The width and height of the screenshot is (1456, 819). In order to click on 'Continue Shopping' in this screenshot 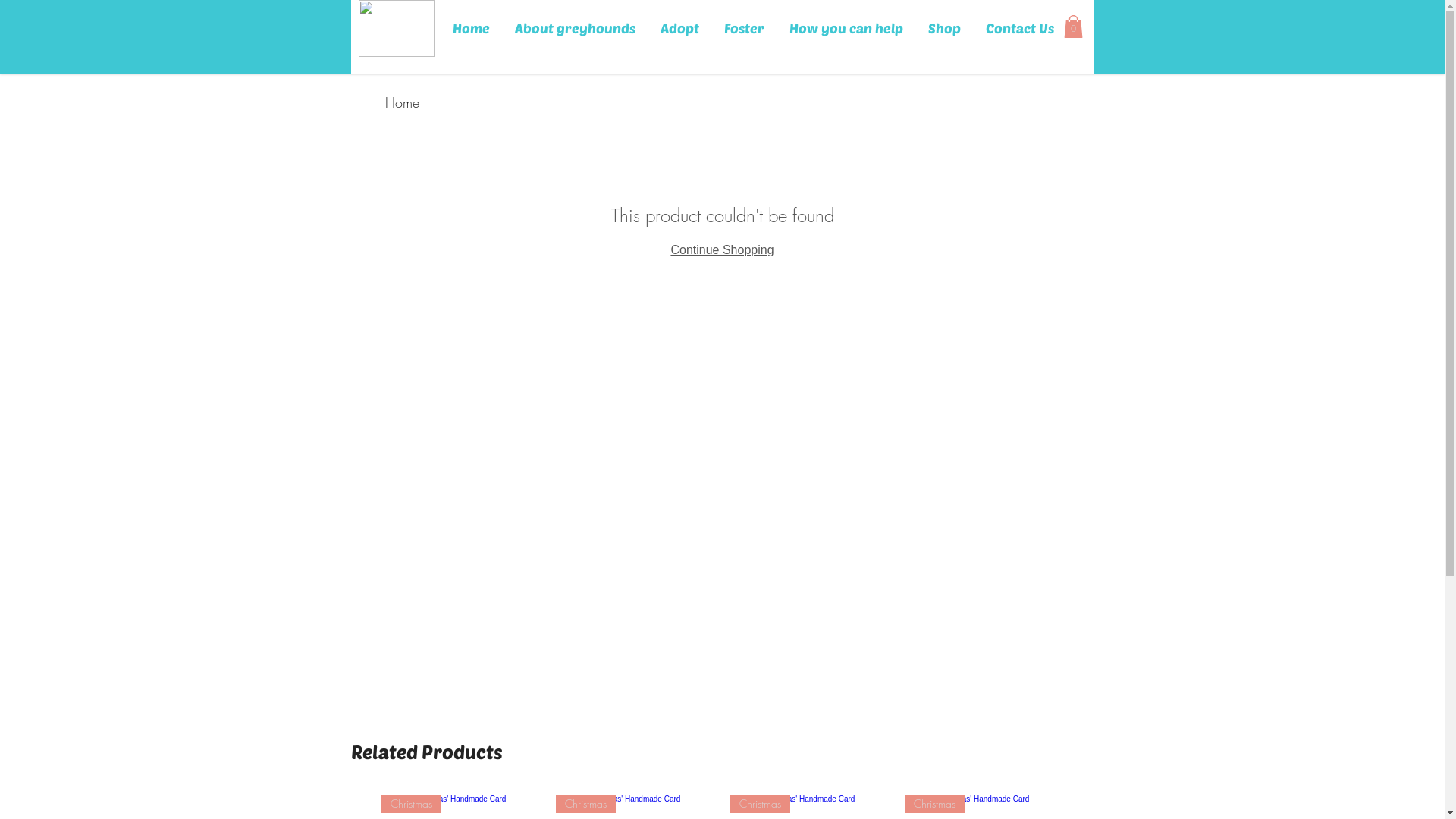, I will do `click(720, 249)`.